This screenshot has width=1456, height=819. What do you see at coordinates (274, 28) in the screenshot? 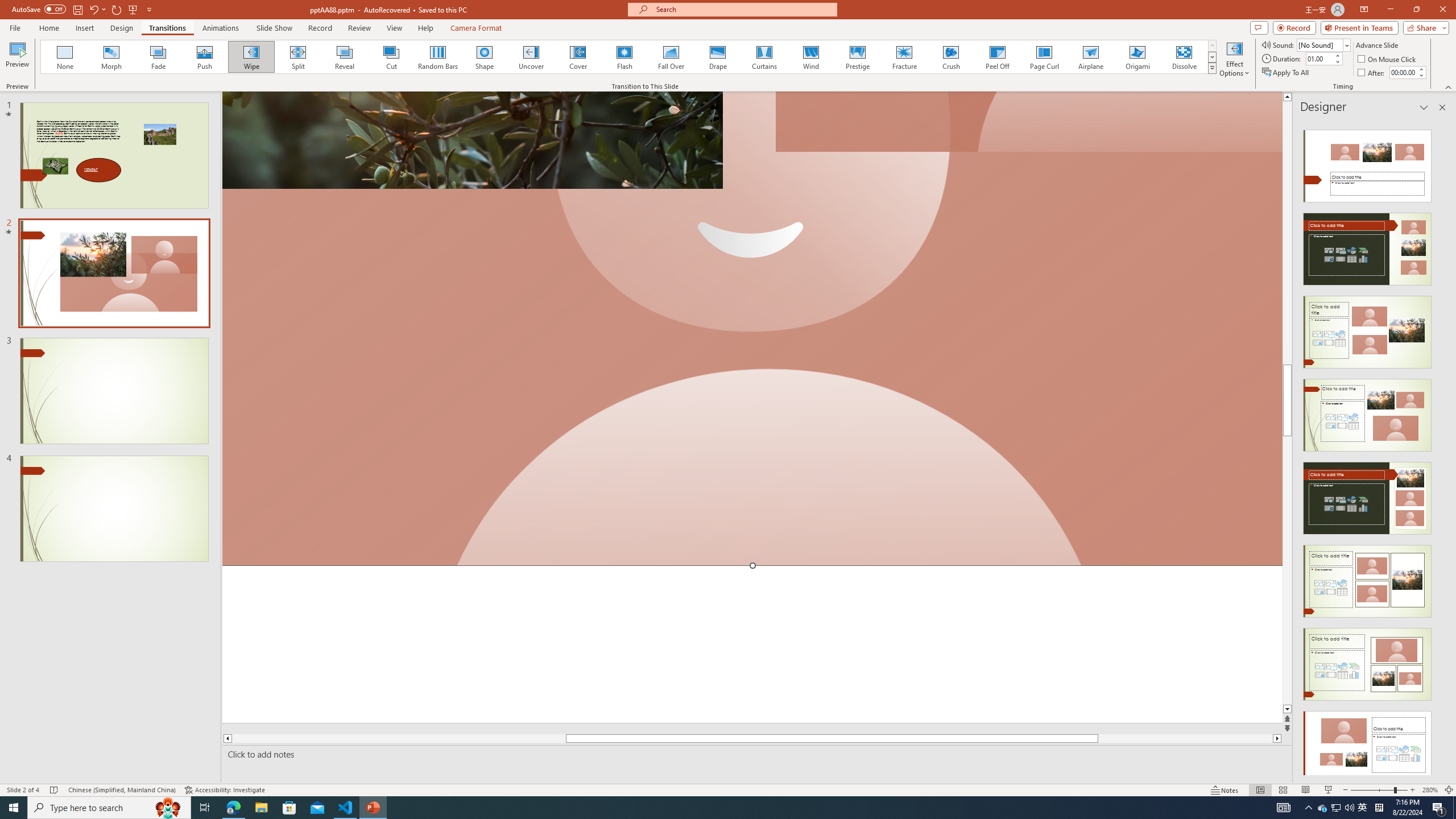
I see `'Slide Show'` at bounding box center [274, 28].